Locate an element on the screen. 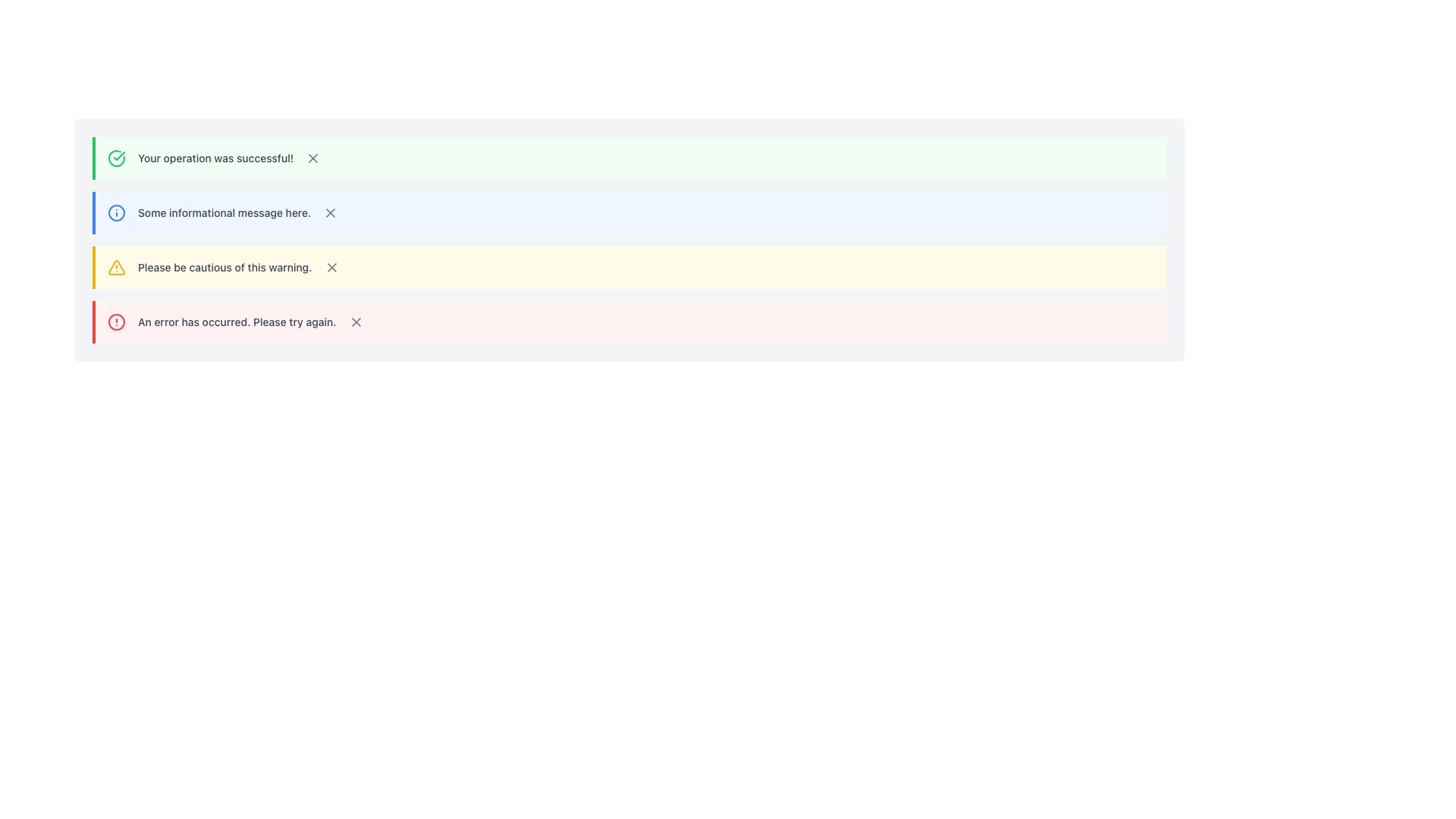  the label that displays 'Some informational message here.' which is styled in gray and medium boldness, located in the second row of a notification block with a blue left border is located at coordinates (224, 213).